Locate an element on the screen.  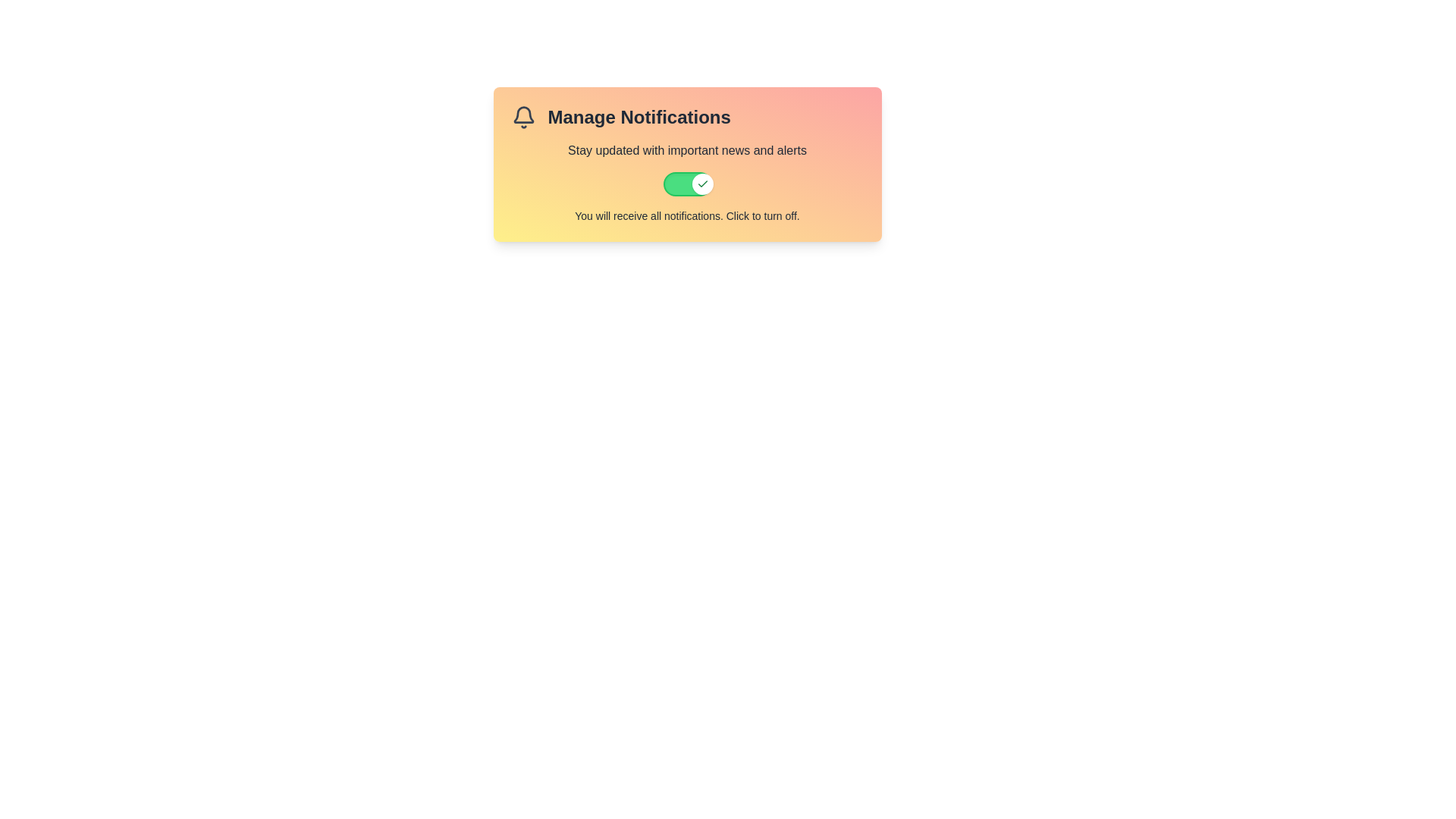
the notification icon located on the left side of the panel, adjacent to the 'Manage Notifications' title, which serves as a visual cue for alerts or reminders is located at coordinates (523, 116).